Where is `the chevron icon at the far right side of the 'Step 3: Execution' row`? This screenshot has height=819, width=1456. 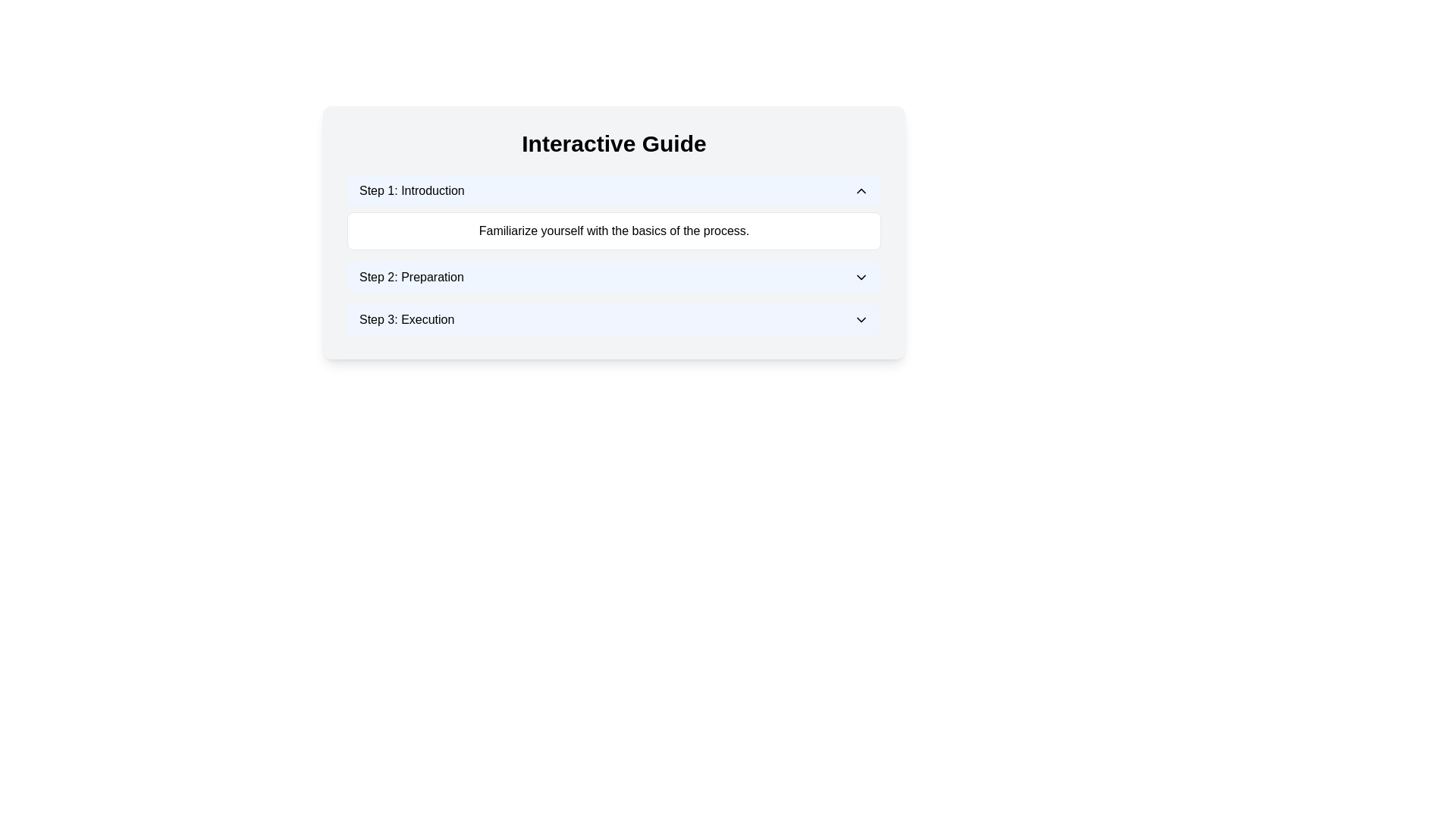
the chevron icon at the far right side of the 'Step 3: Execution' row is located at coordinates (861, 318).